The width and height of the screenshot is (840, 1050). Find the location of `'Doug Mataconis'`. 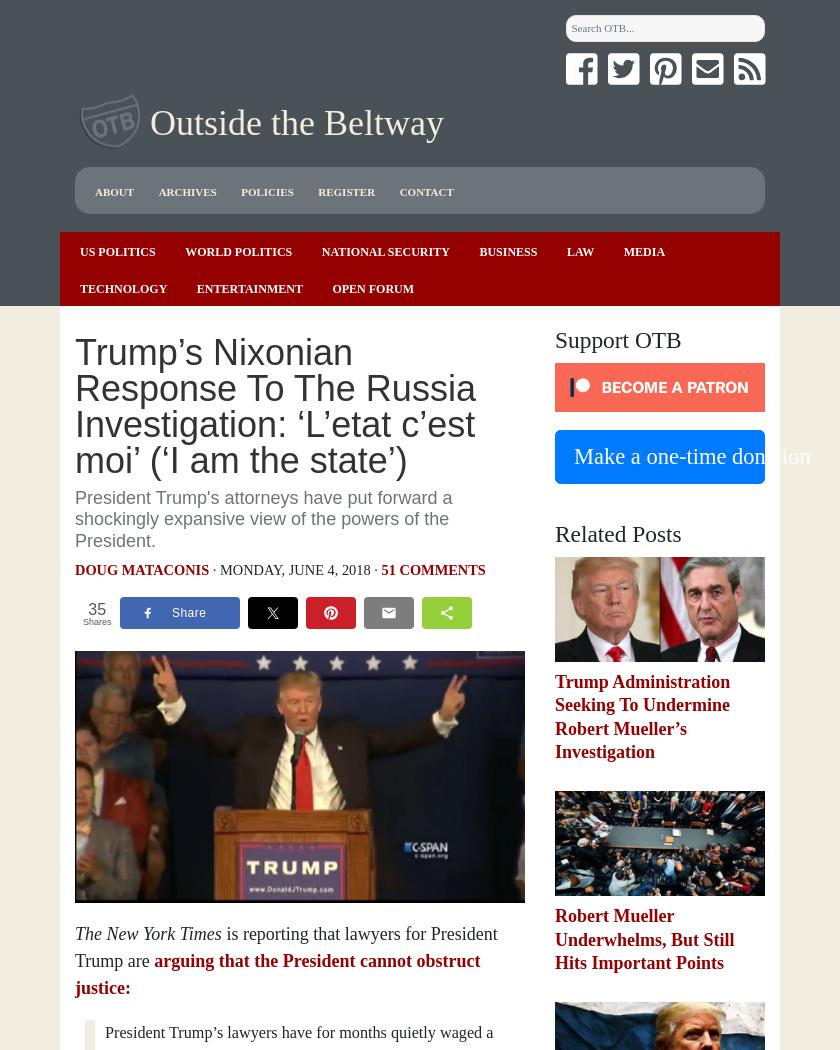

'Doug Mataconis' is located at coordinates (141, 569).